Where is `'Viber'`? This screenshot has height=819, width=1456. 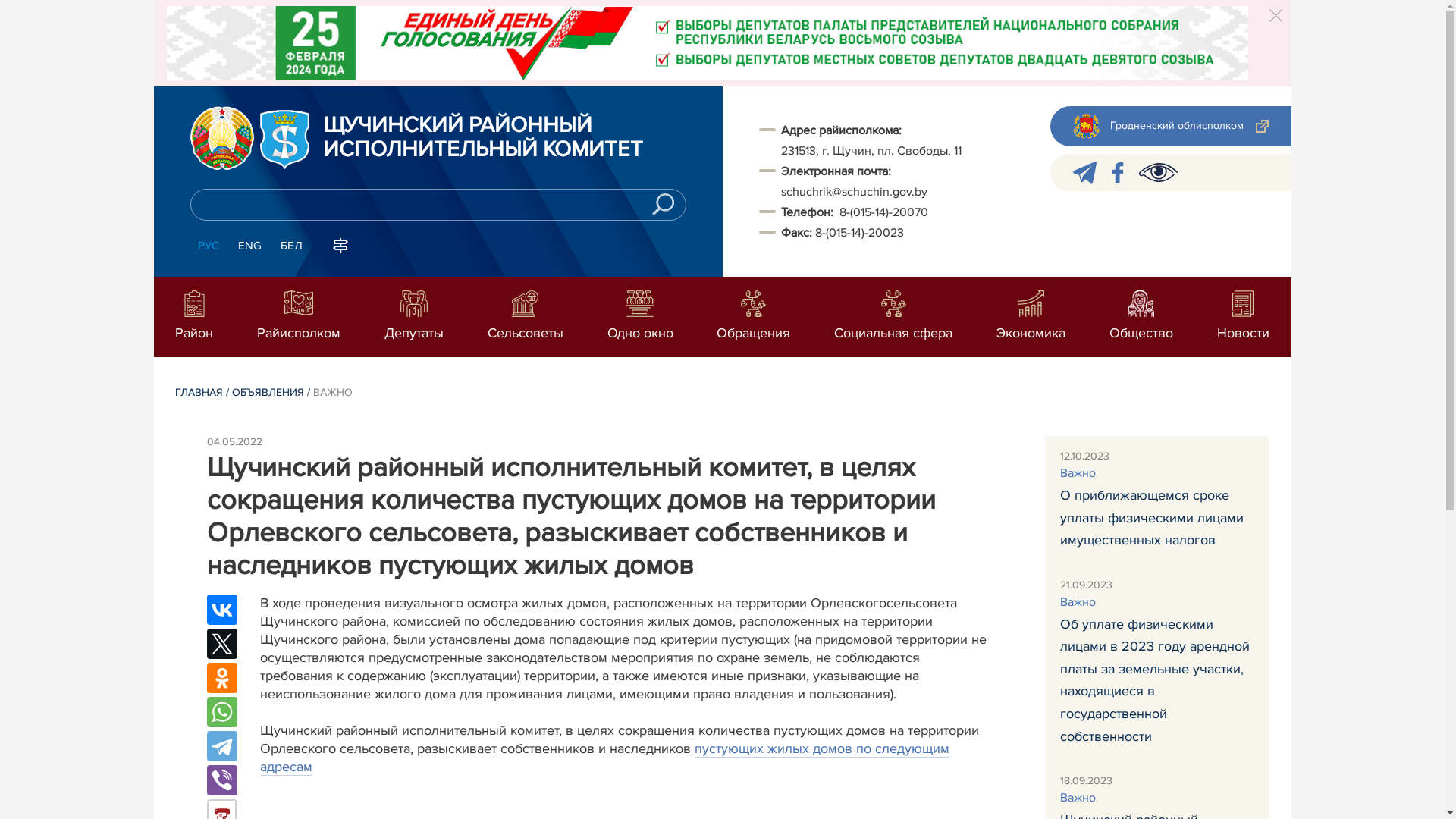
'Viber' is located at coordinates (221, 780).